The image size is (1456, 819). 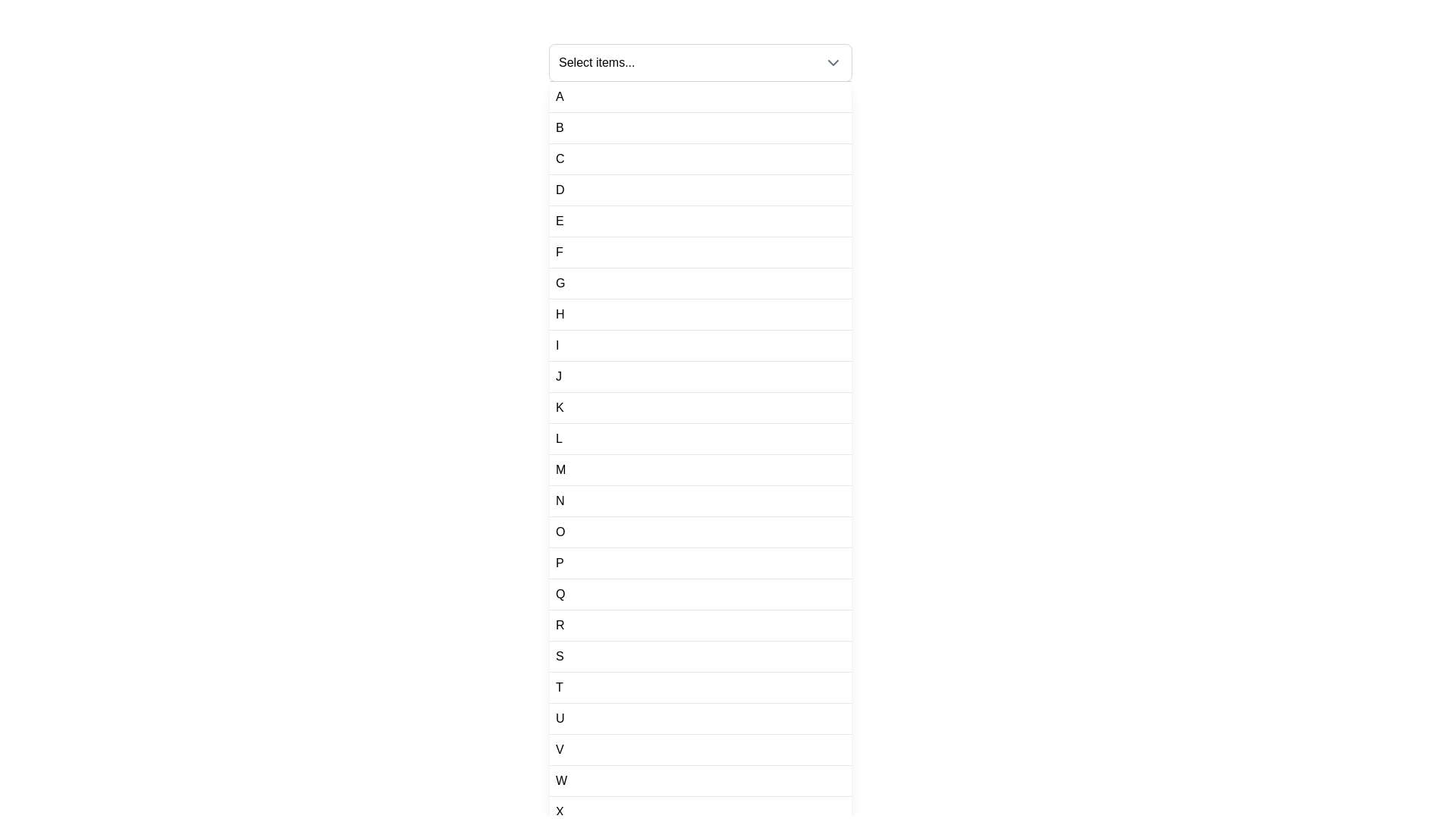 I want to click on the selectable option representing the letter 'L' in the dropdown list, which is the 12th item positioned between 'K' and 'M', so click(x=700, y=439).